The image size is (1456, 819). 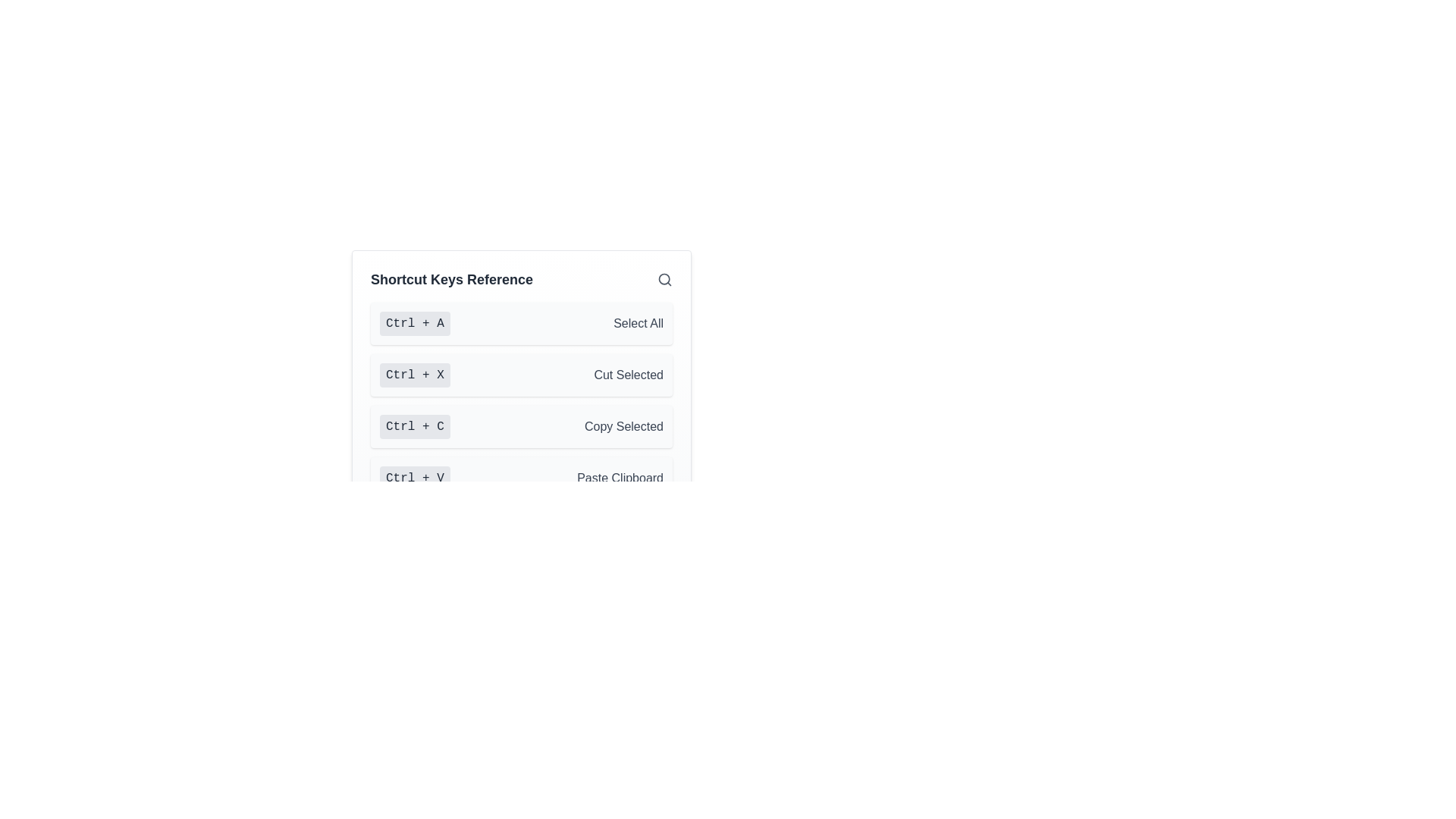 What do you see at coordinates (639, 323) in the screenshot?
I see `the 'Select All' text label, which displays the phrase in medium-gray font color and is positioned to the right of the 'Ctrl + A' label` at bounding box center [639, 323].